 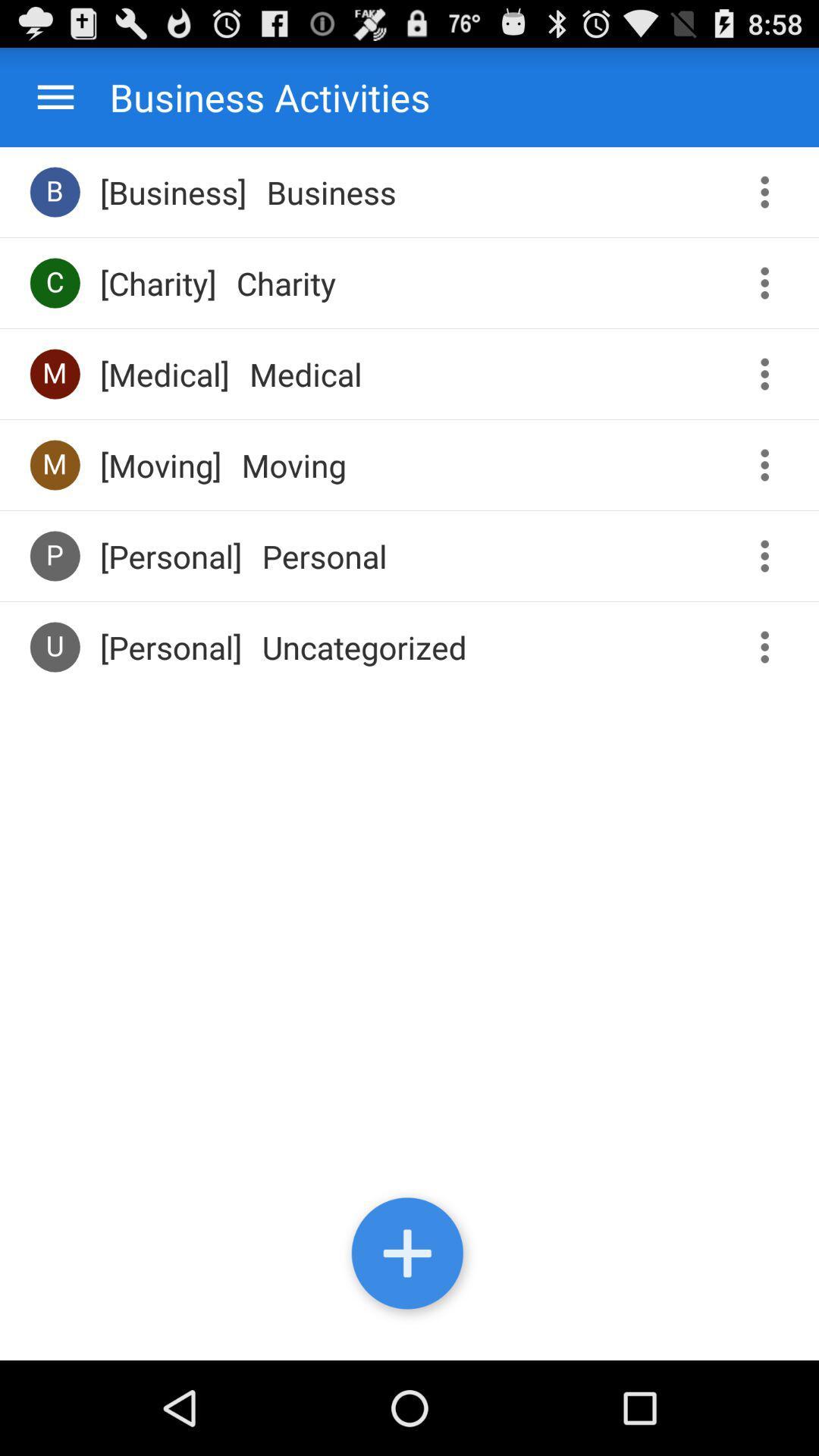 What do you see at coordinates (770, 555) in the screenshot?
I see `more` at bounding box center [770, 555].